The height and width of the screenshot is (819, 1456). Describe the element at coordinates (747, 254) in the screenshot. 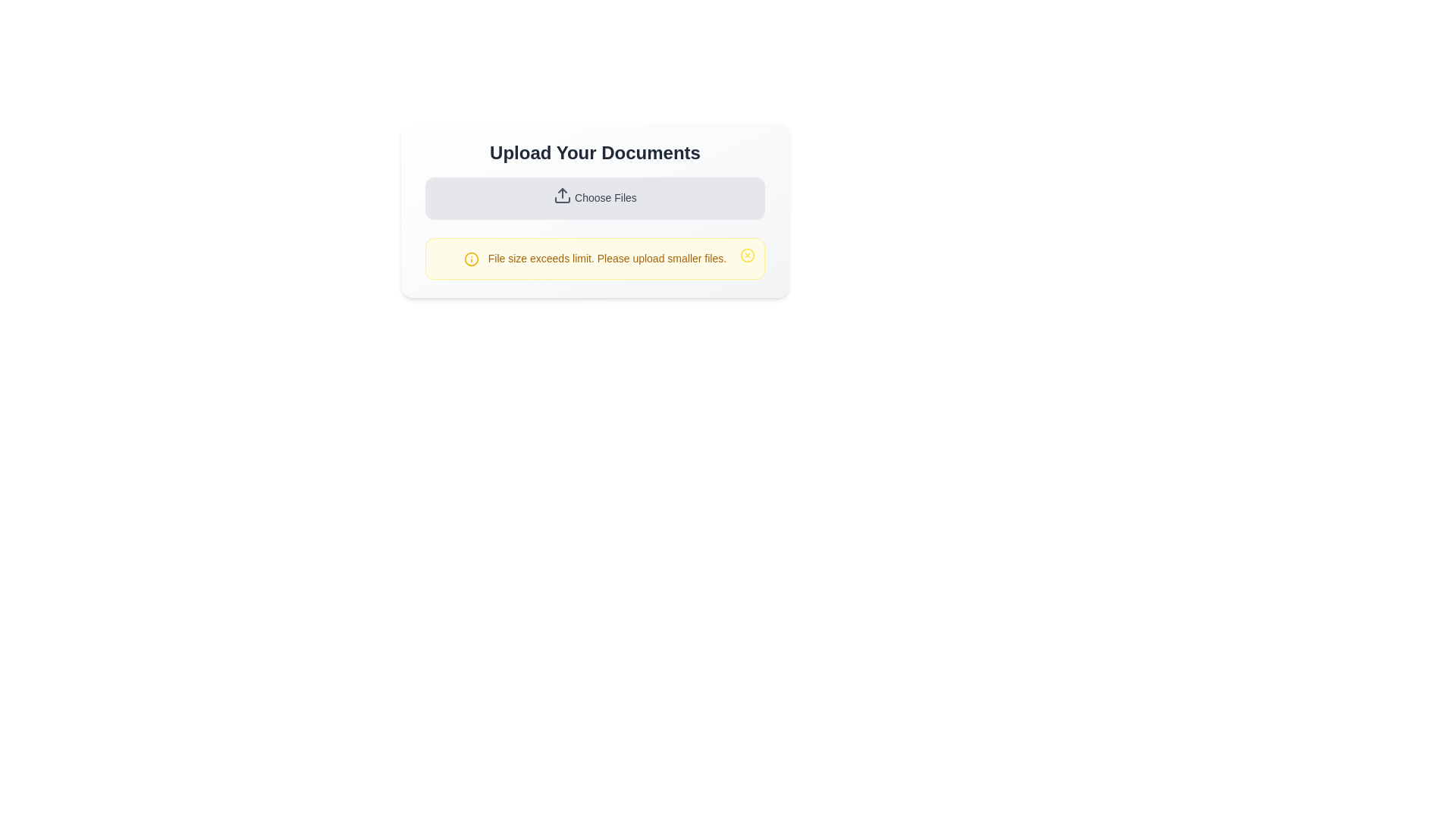

I see `the circular icon located in the top-right corner of the alert bar at the bottom of the file upload dialog, which serves as a visual indicator for dismissing or highlighting the alert` at that location.